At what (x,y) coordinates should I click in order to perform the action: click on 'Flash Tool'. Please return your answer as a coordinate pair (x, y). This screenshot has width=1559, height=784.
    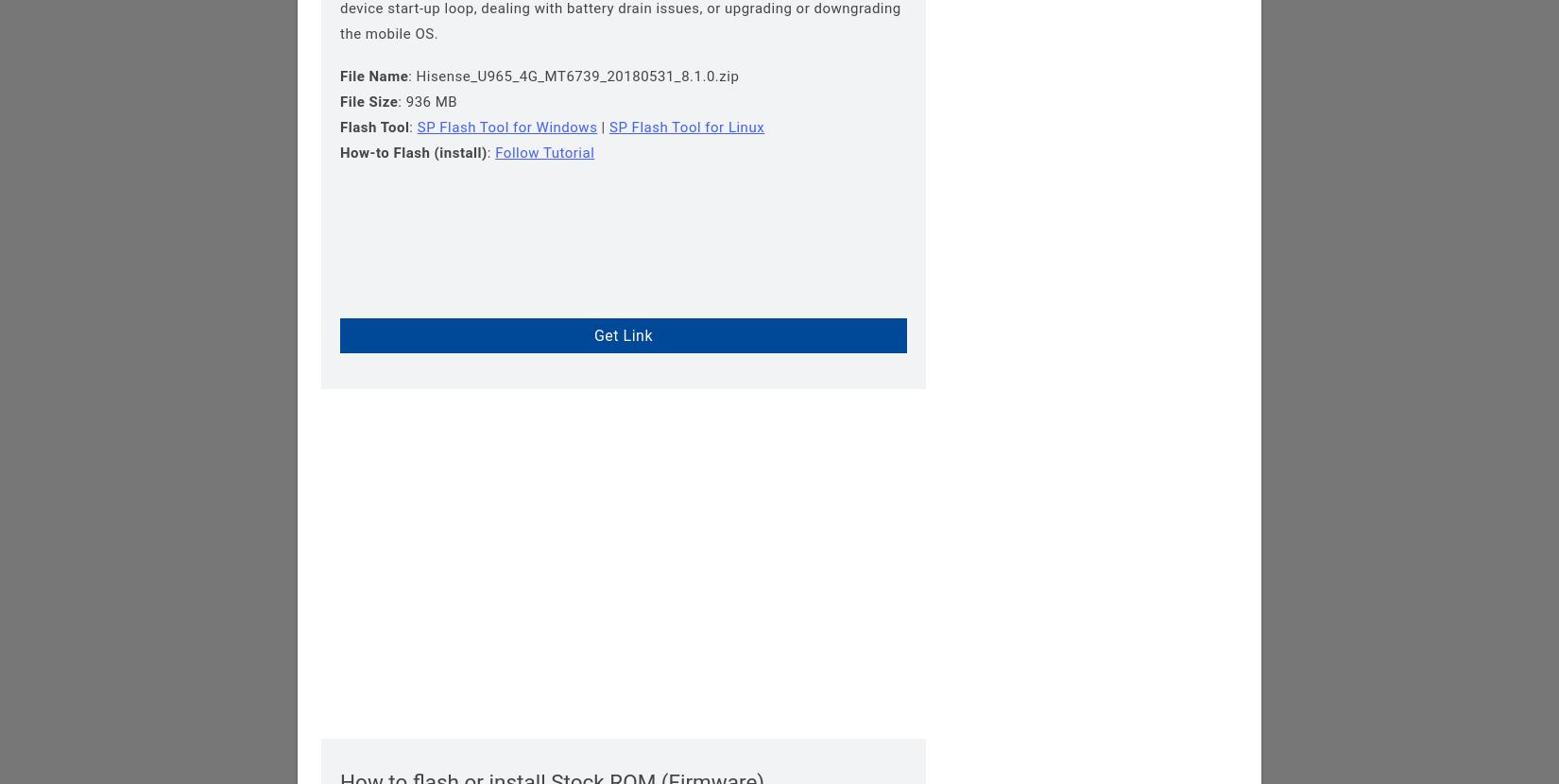
    Looking at the image, I should click on (374, 127).